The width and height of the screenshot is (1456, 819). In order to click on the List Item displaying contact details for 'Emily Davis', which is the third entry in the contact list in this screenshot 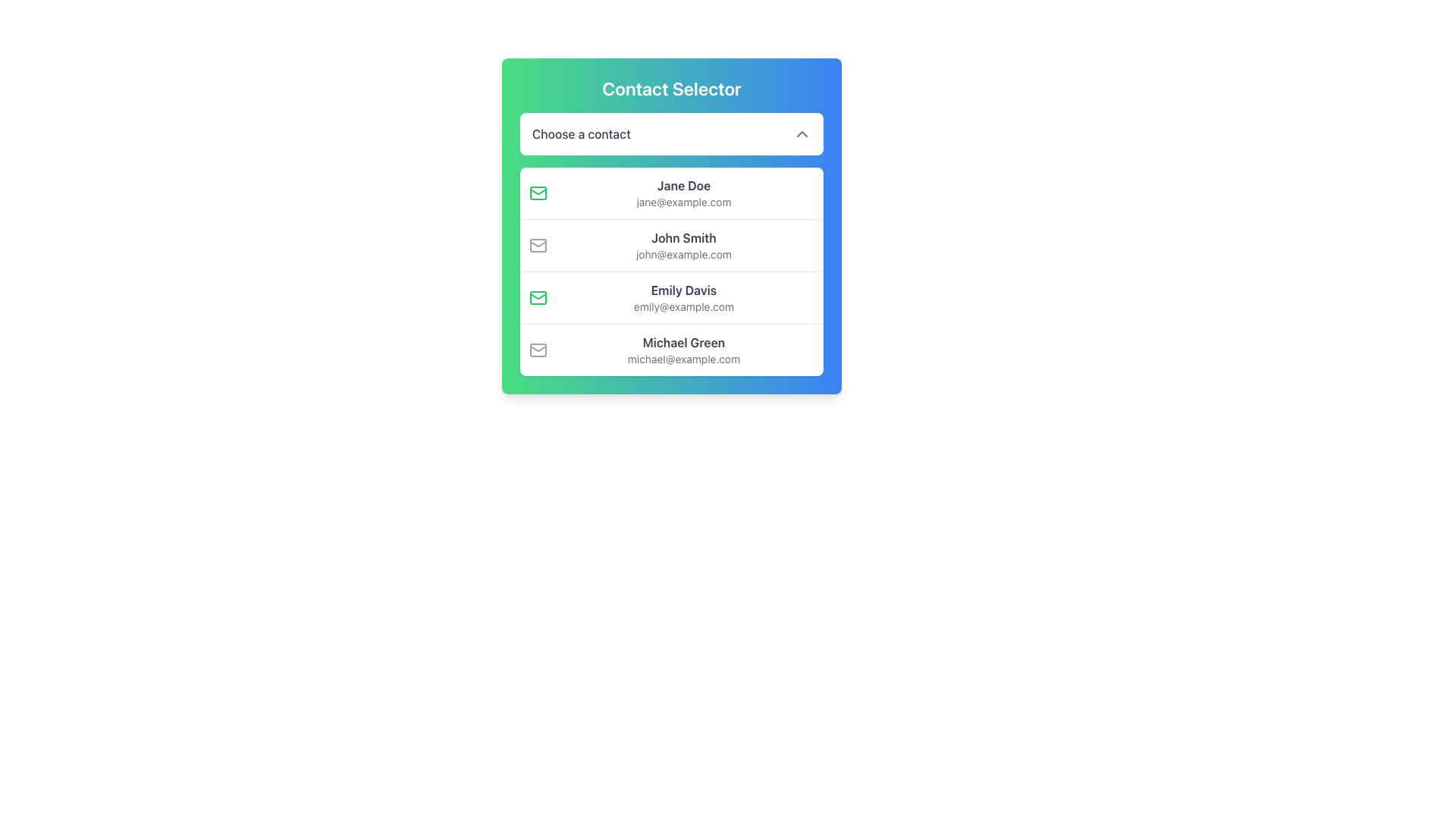, I will do `click(683, 298)`.